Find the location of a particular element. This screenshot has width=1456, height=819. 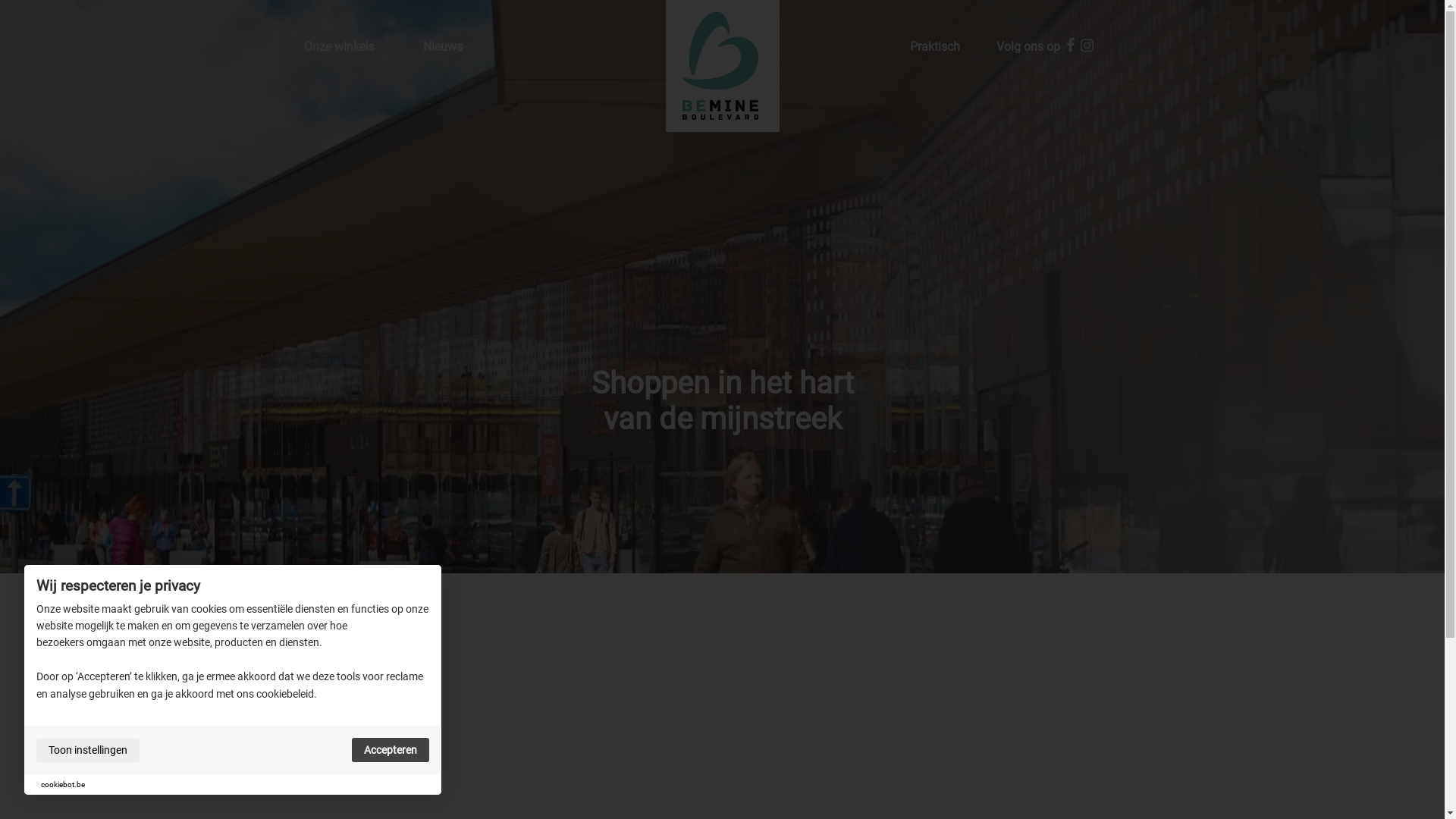

'Onze winkels' is located at coordinates (337, 45).